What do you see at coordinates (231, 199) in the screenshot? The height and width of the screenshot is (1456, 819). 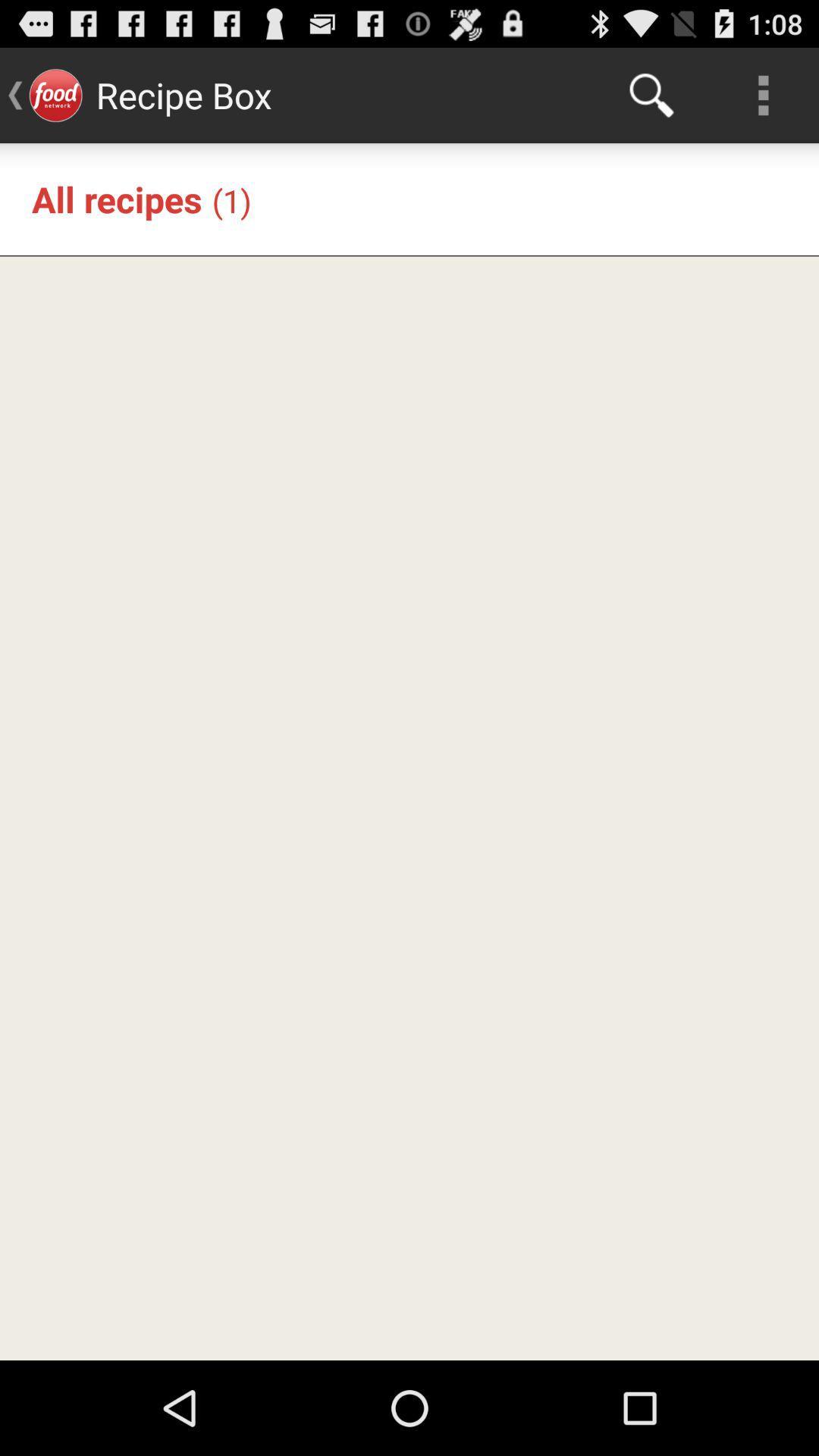 I see `icon below the recipe box app` at bounding box center [231, 199].